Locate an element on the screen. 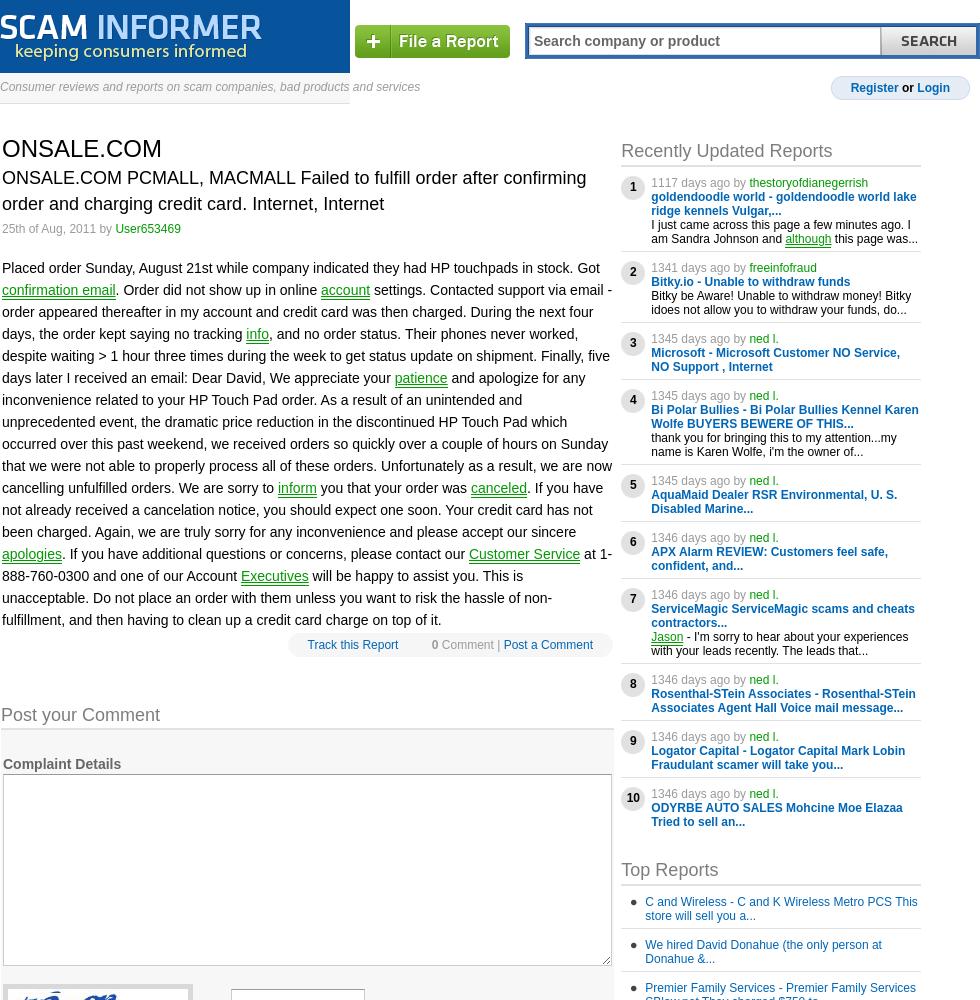 This screenshot has width=980, height=1000. 'ServiceMagic  ServiceMagic scams and cheats contractors...' is located at coordinates (651, 615).